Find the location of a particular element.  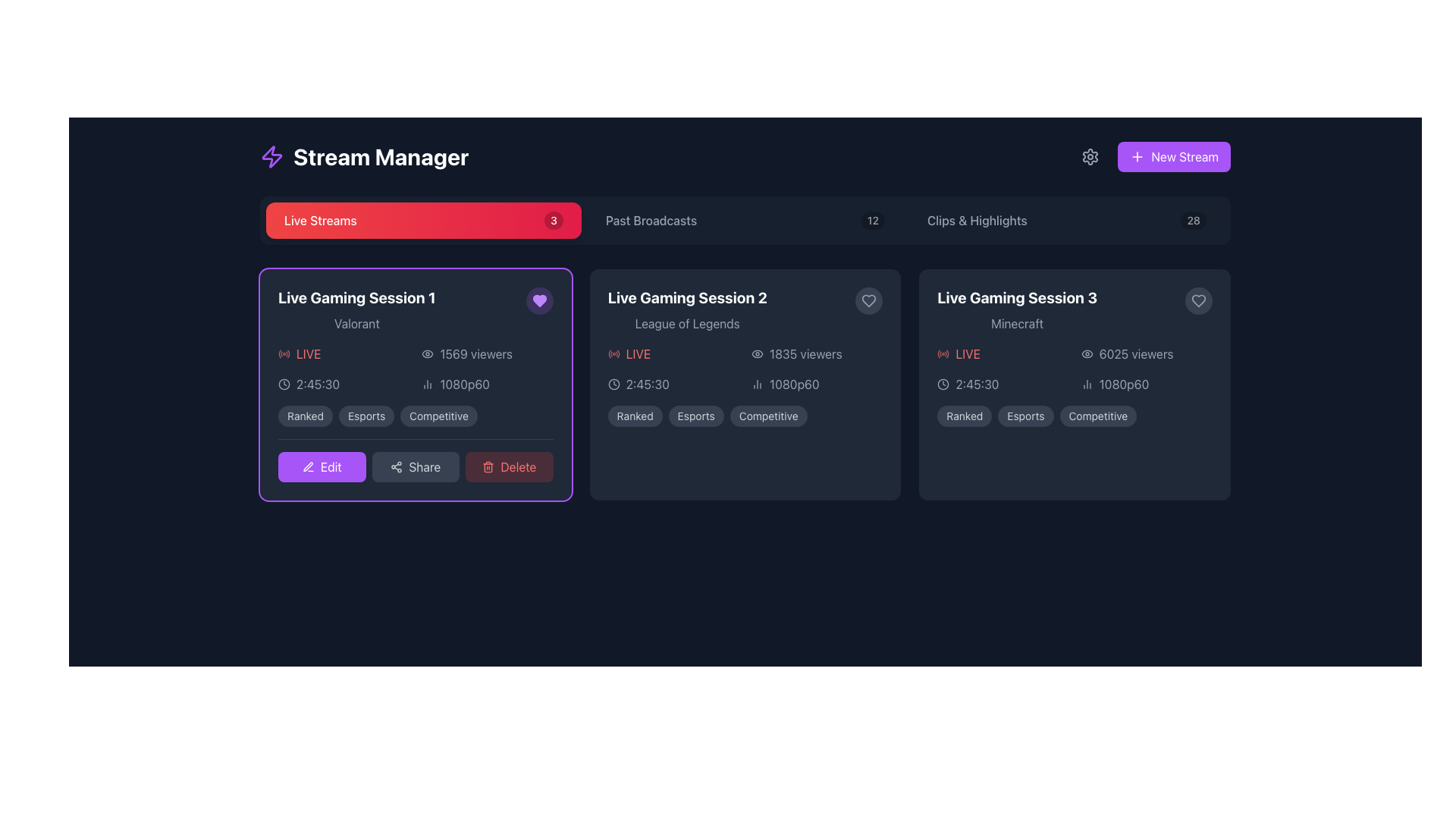

text label indicating the video quality of the live stream, located at the bottom right section of the 'Live Gaming Session 2' card, below the '1835 viewers' text is located at coordinates (793, 383).